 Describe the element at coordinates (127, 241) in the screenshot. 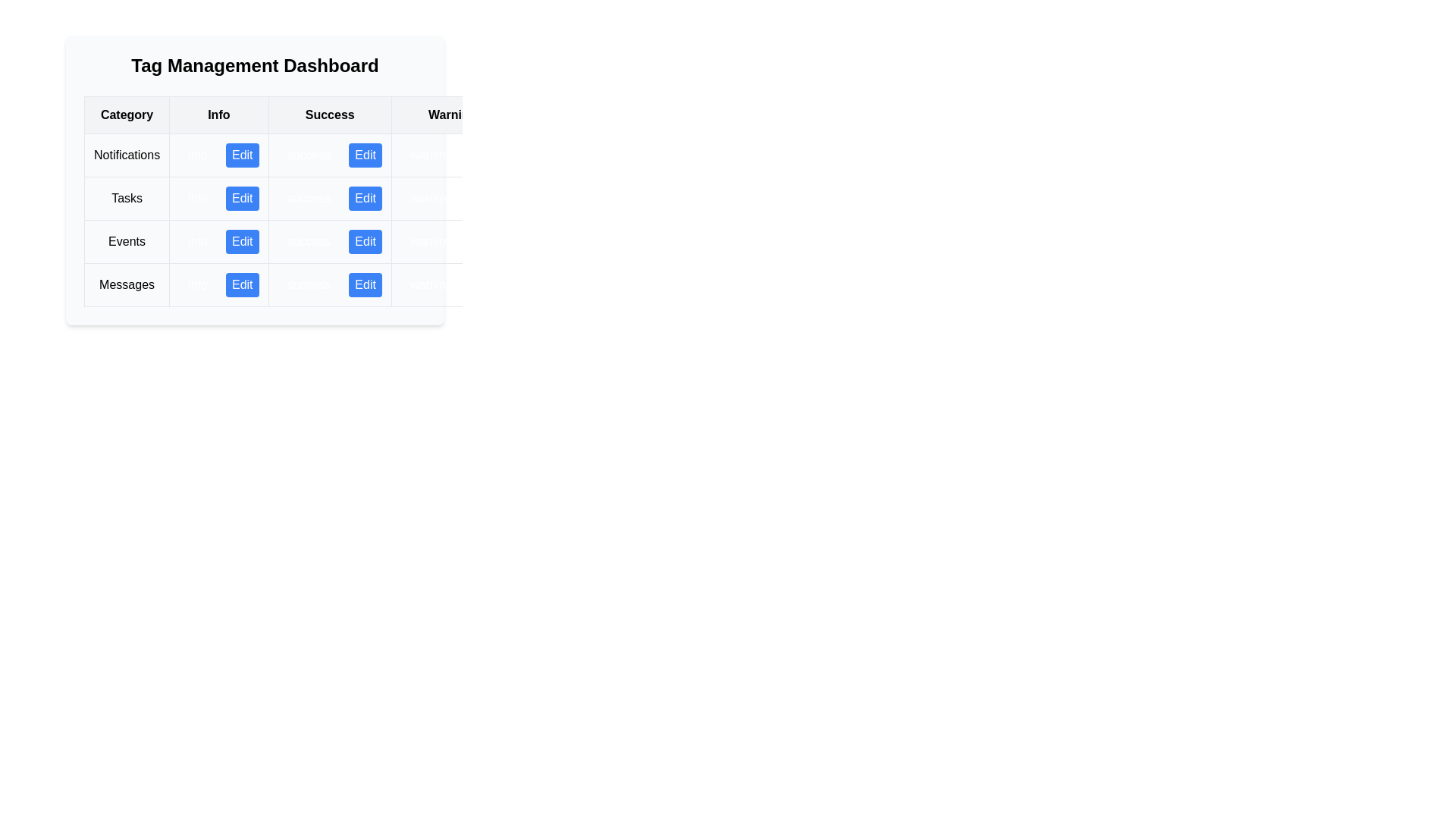

I see `the 'Events' text label, which is the third item in the leftmost column labeled 'Category' in the grid structure, displayed in a medium-weight font within a bordered gray background rectangle` at that location.